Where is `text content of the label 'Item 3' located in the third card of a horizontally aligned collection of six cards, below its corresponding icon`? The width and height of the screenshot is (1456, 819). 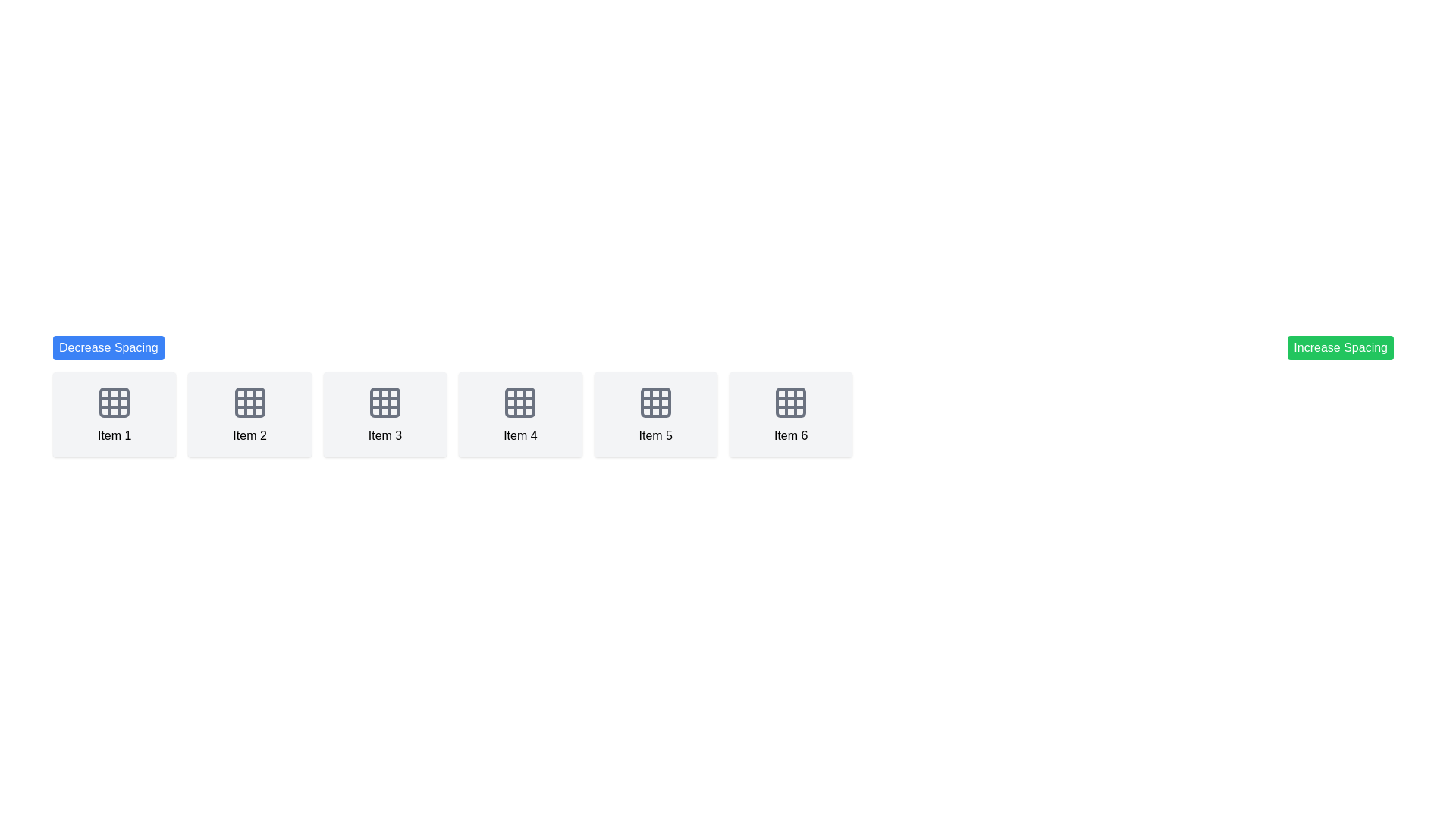 text content of the label 'Item 3' located in the third card of a horizontally aligned collection of six cards, below its corresponding icon is located at coordinates (385, 435).